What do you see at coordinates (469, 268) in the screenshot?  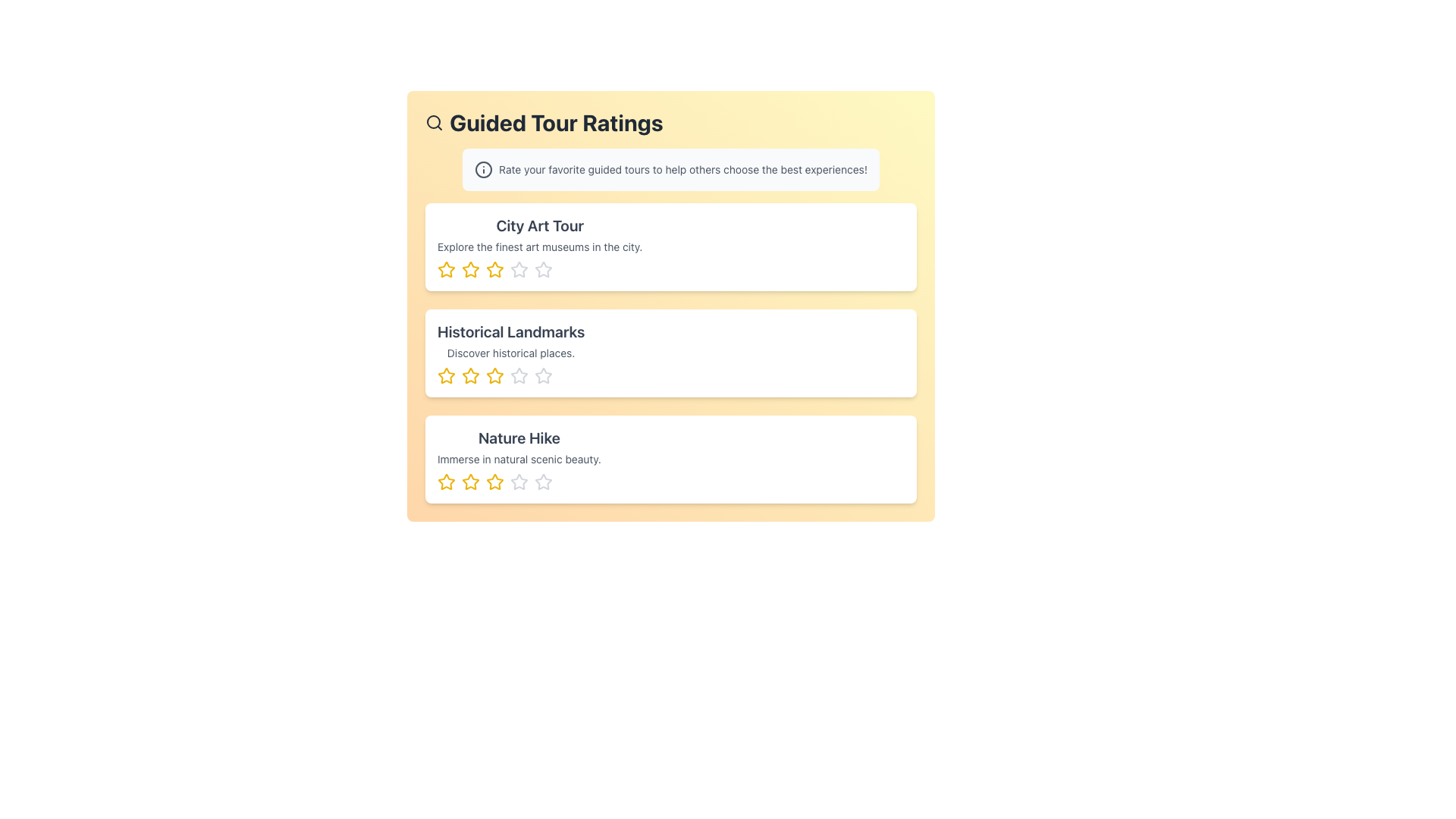 I see `the first star icon in the rating control for the 'City Art Tour' card to assign a rating of one star` at bounding box center [469, 268].